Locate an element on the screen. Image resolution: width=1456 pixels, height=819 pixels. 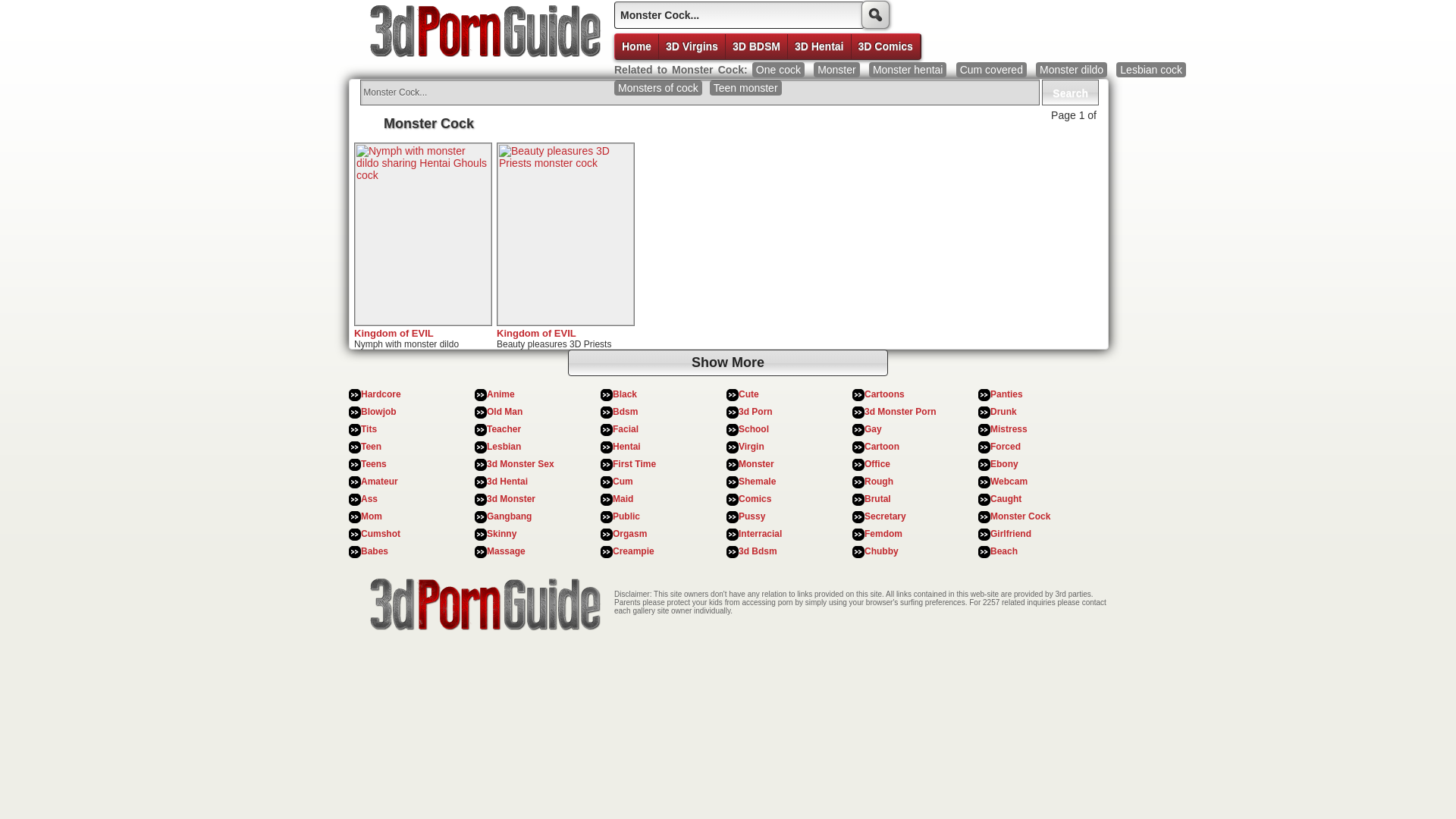
'3D Hentai' is located at coordinates (818, 45).